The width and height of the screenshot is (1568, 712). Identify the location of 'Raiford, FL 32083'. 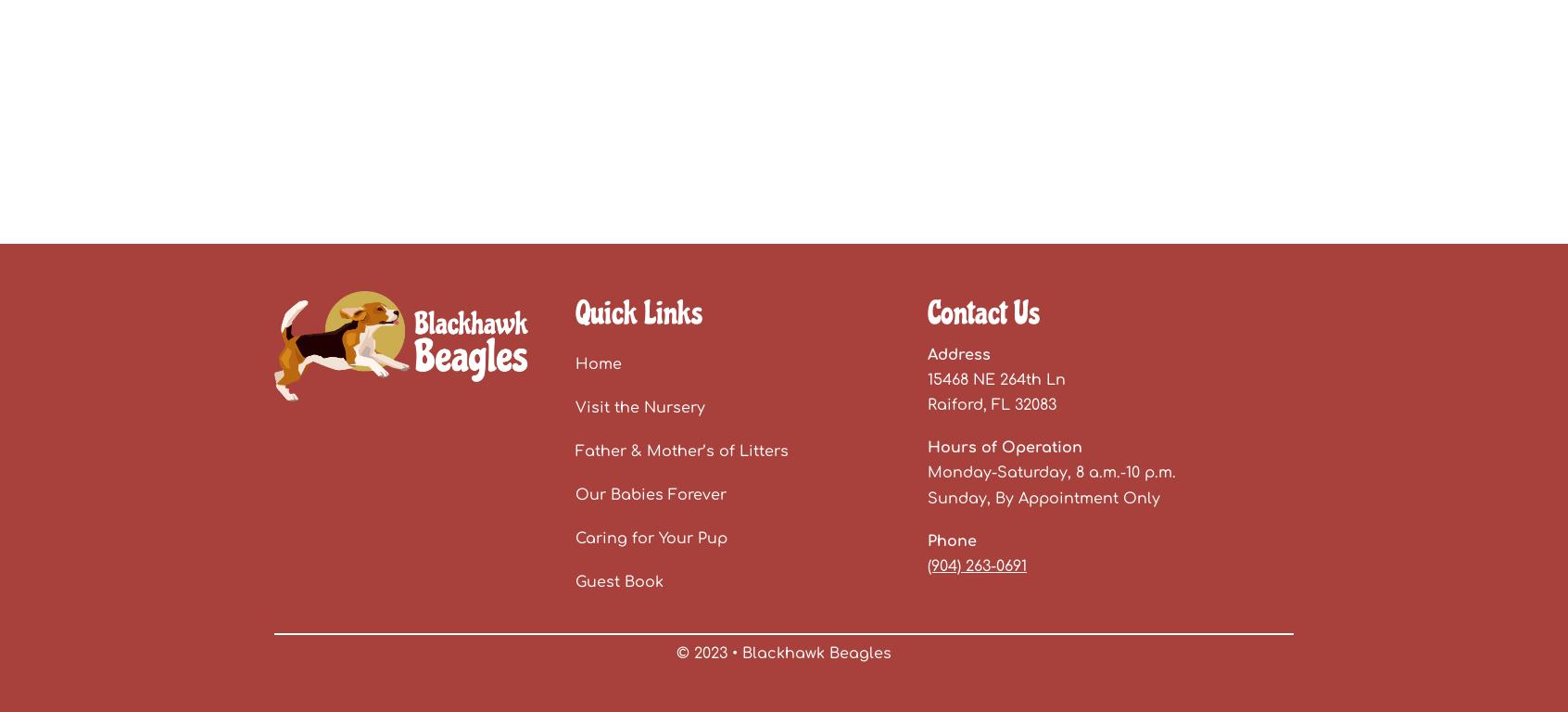
(992, 403).